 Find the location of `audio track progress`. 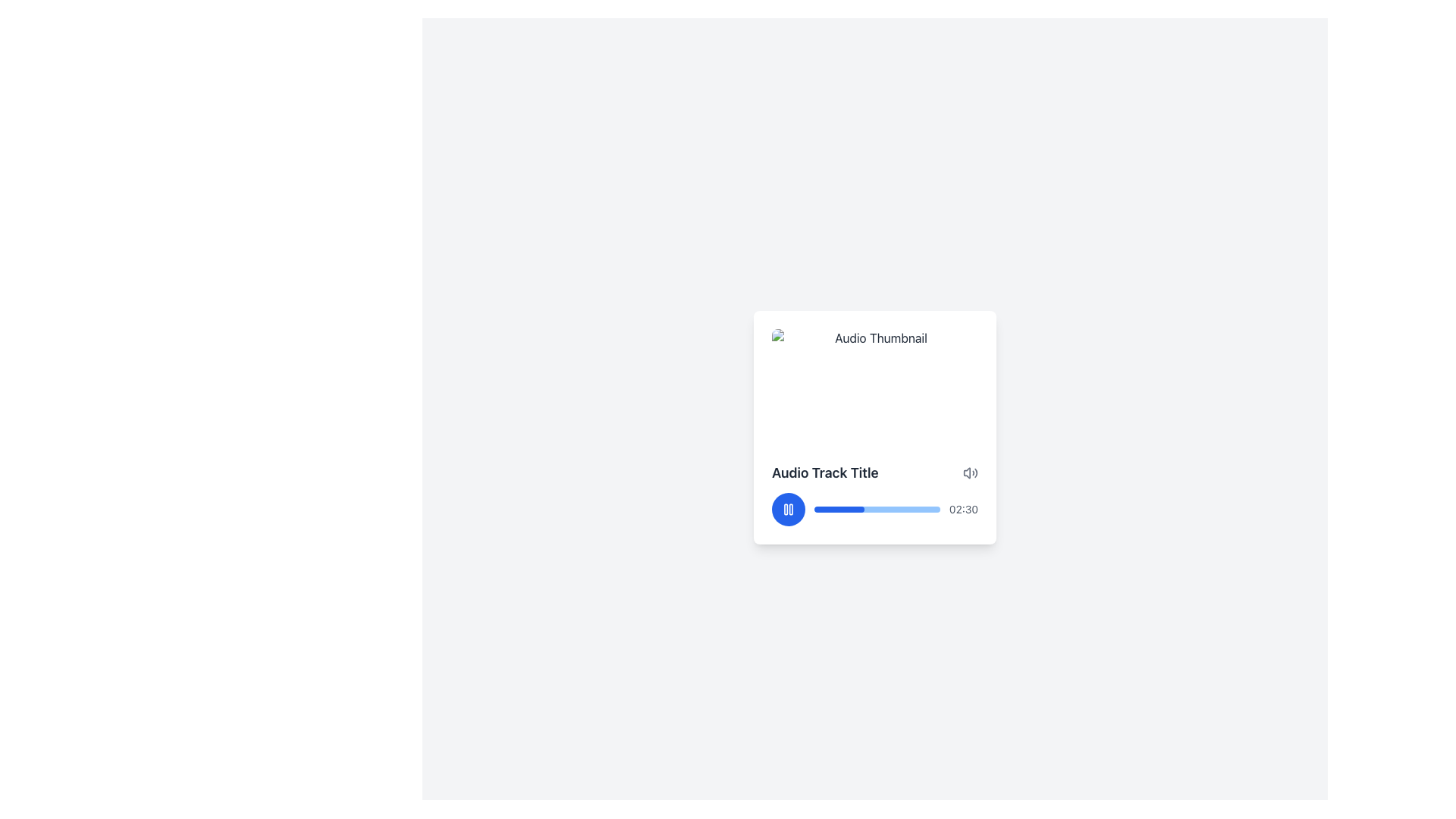

audio track progress is located at coordinates (866, 509).